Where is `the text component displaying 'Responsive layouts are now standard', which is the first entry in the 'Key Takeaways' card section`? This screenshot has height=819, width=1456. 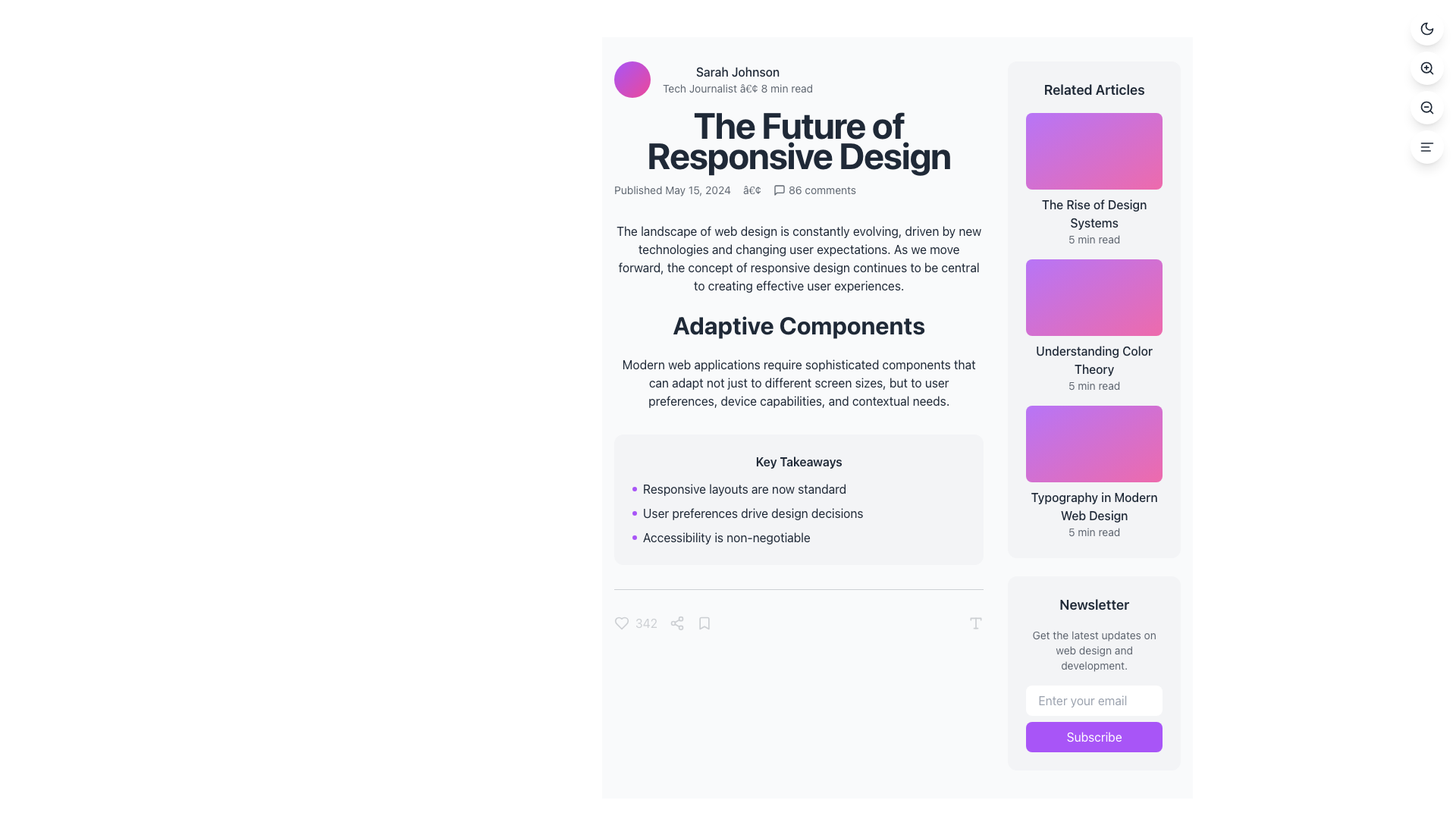
the text component displaying 'Responsive layouts are now standard', which is the first entry in the 'Key Takeaways' card section is located at coordinates (798, 488).